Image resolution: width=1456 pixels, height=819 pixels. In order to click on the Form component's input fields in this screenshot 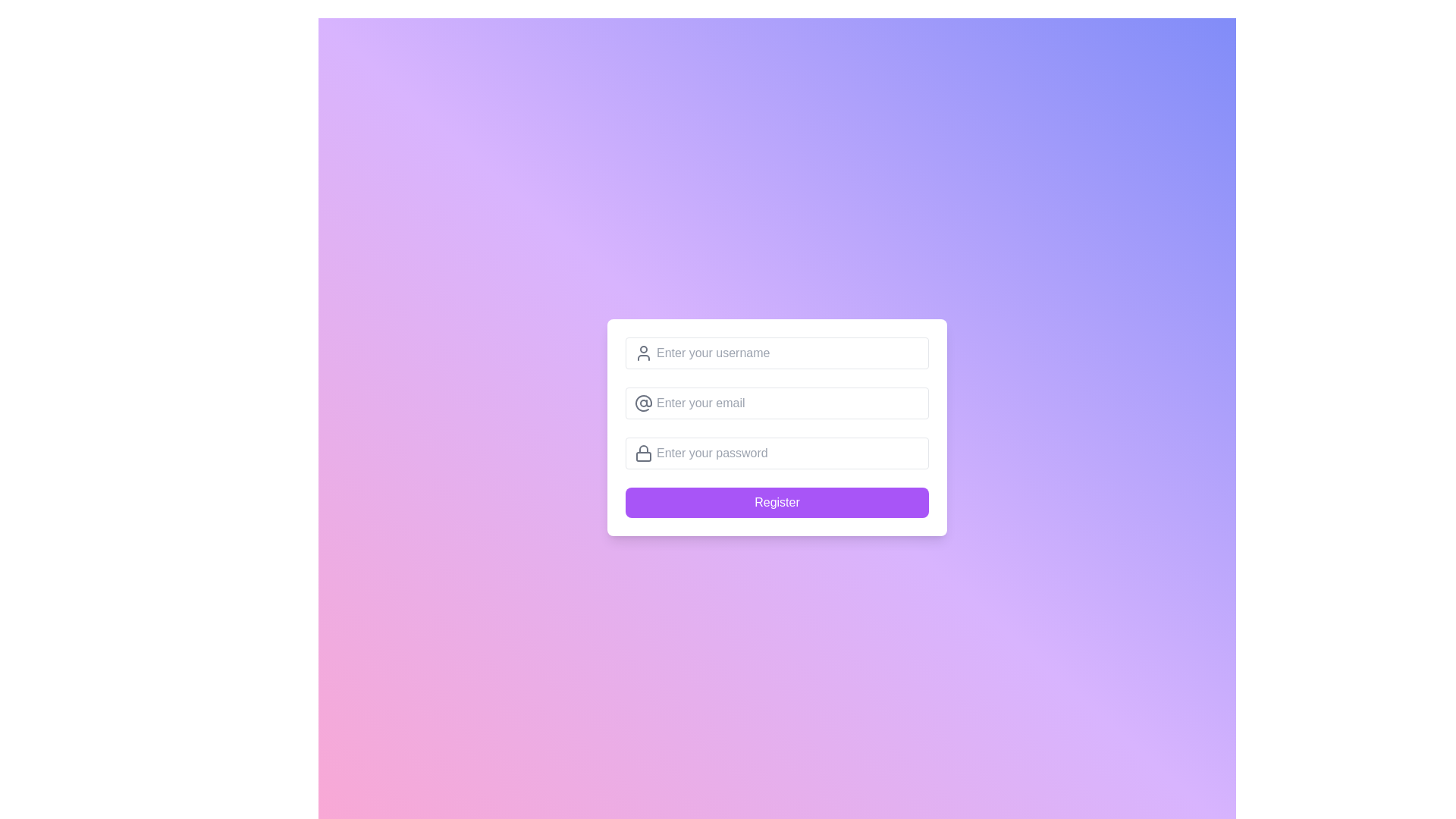, I will do `click(777, 427)`.